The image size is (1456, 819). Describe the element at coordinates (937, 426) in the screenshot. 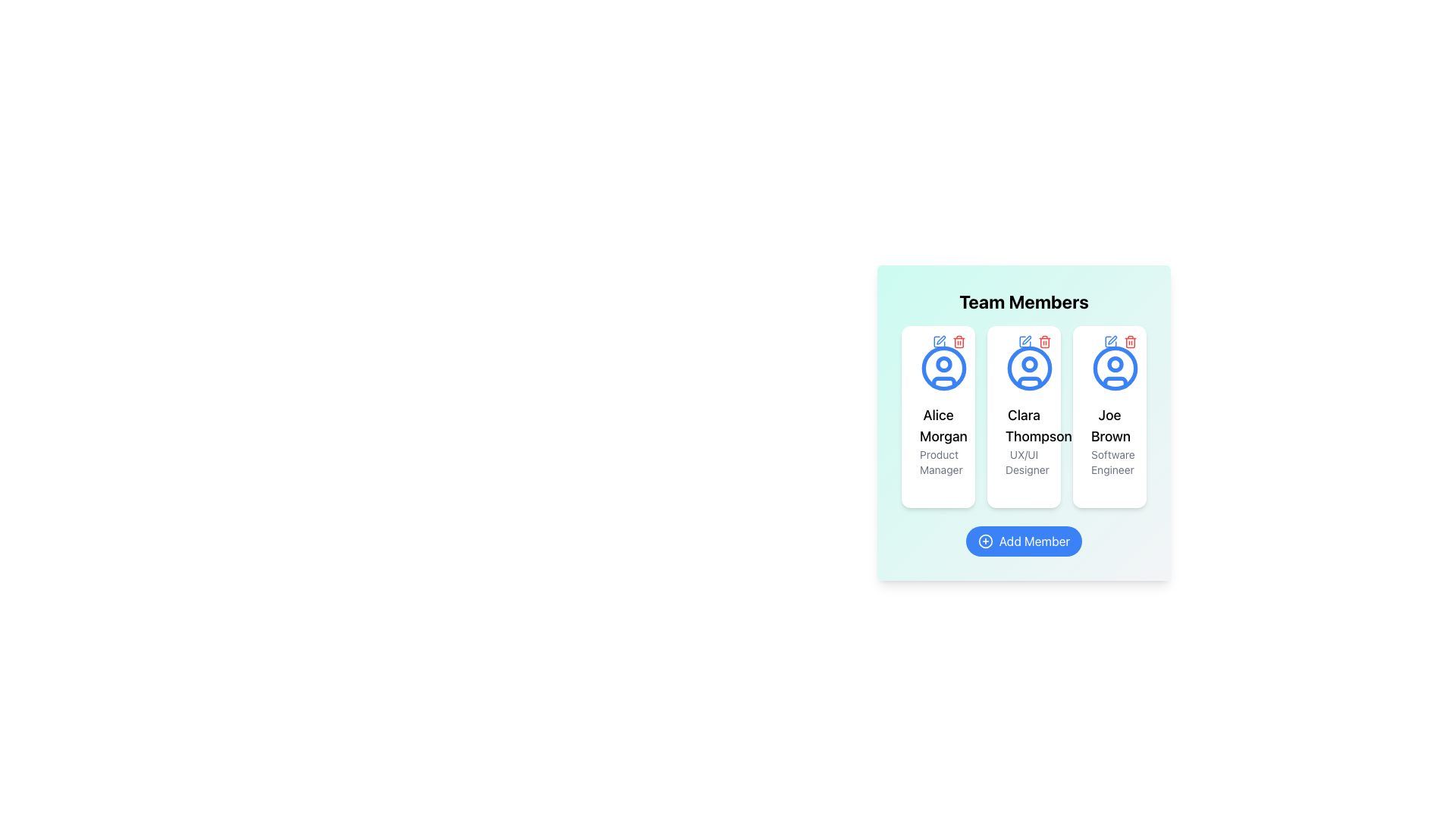

I see `the text label that displays the name of the individual in the first card of the 'Team Members' section, located above 'Product Manager' and below the circular user icon` at that location.